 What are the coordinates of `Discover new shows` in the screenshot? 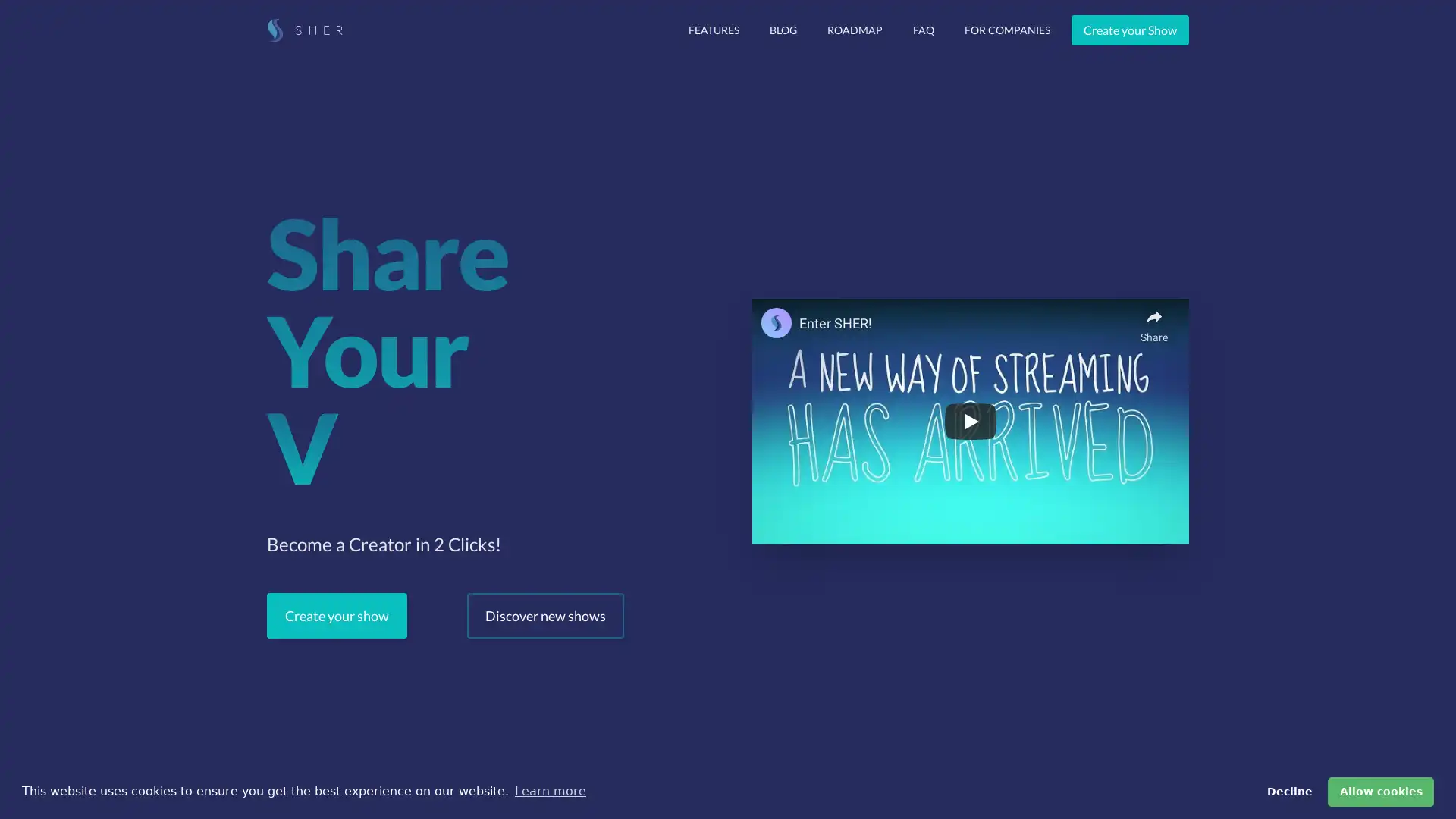 It's located at (545, 616).